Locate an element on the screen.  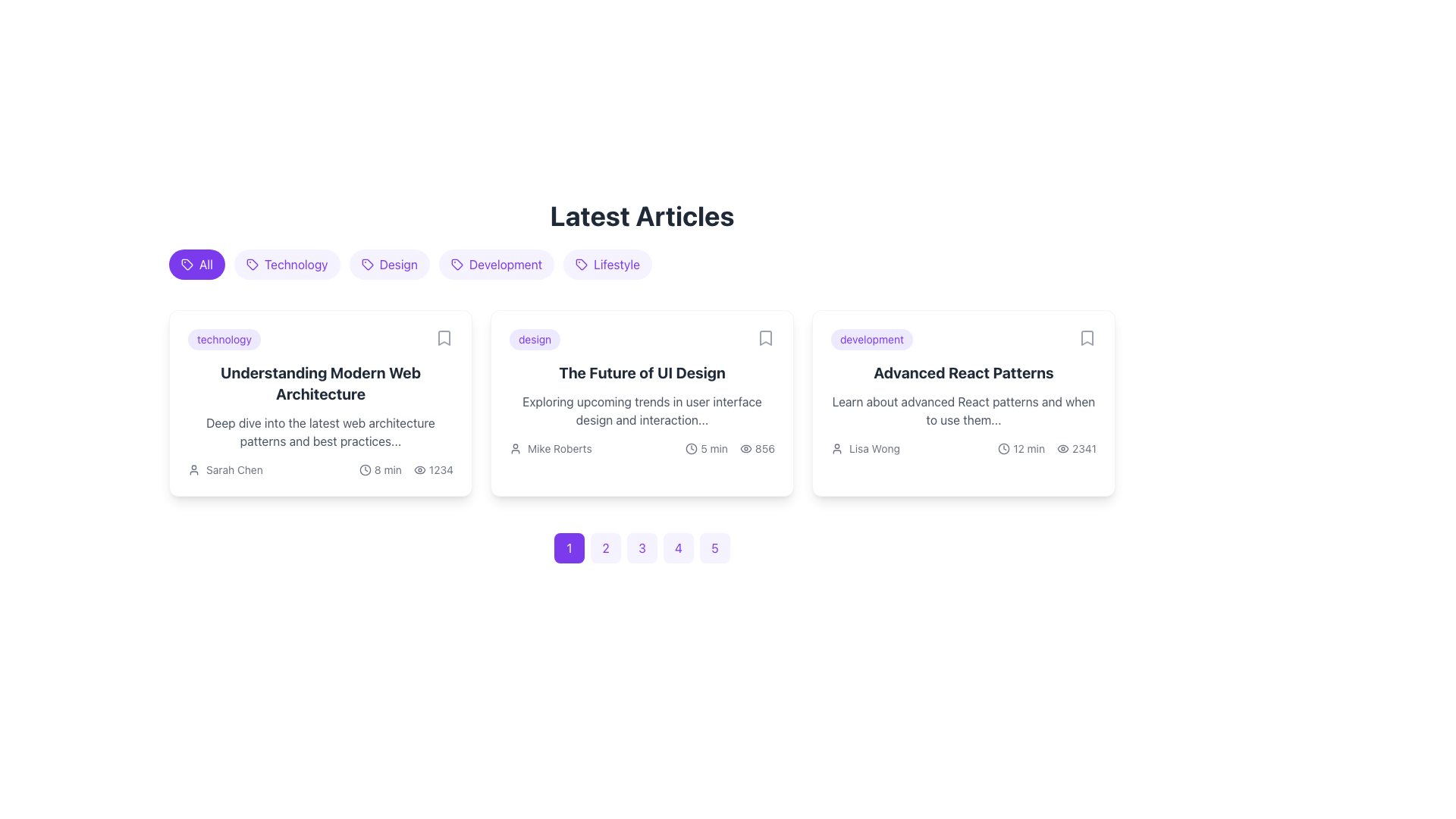
the purple button labeled 'All' with a tag icon on the left is located at coordinates (196, 263).